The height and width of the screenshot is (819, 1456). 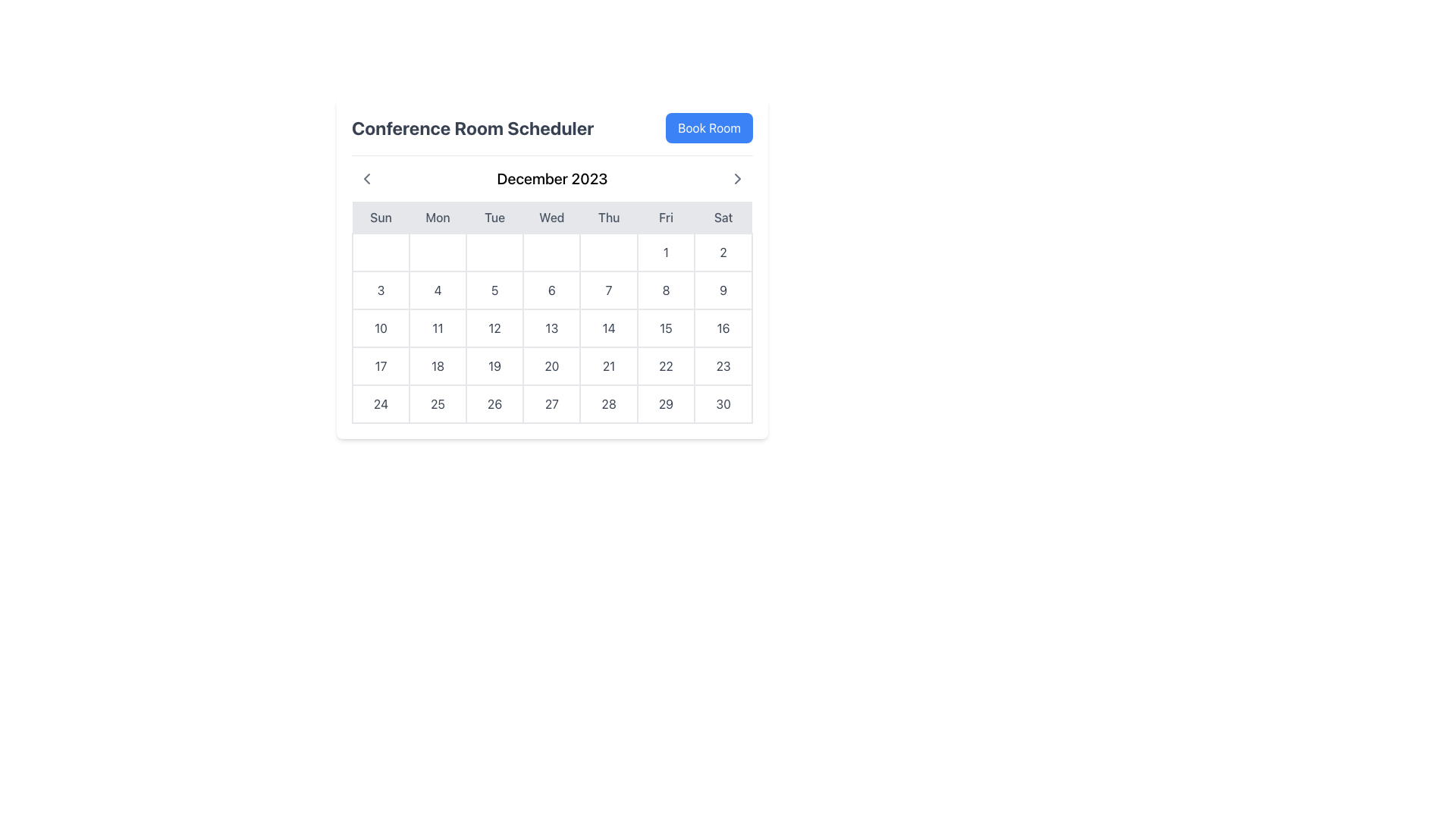 What do you see at coordinates (609, 366) in the screenshot?
I see `the date selector button for December 21st, 2023, located in the calendar grid under 'Thu'` at bounding box center [609, 366].